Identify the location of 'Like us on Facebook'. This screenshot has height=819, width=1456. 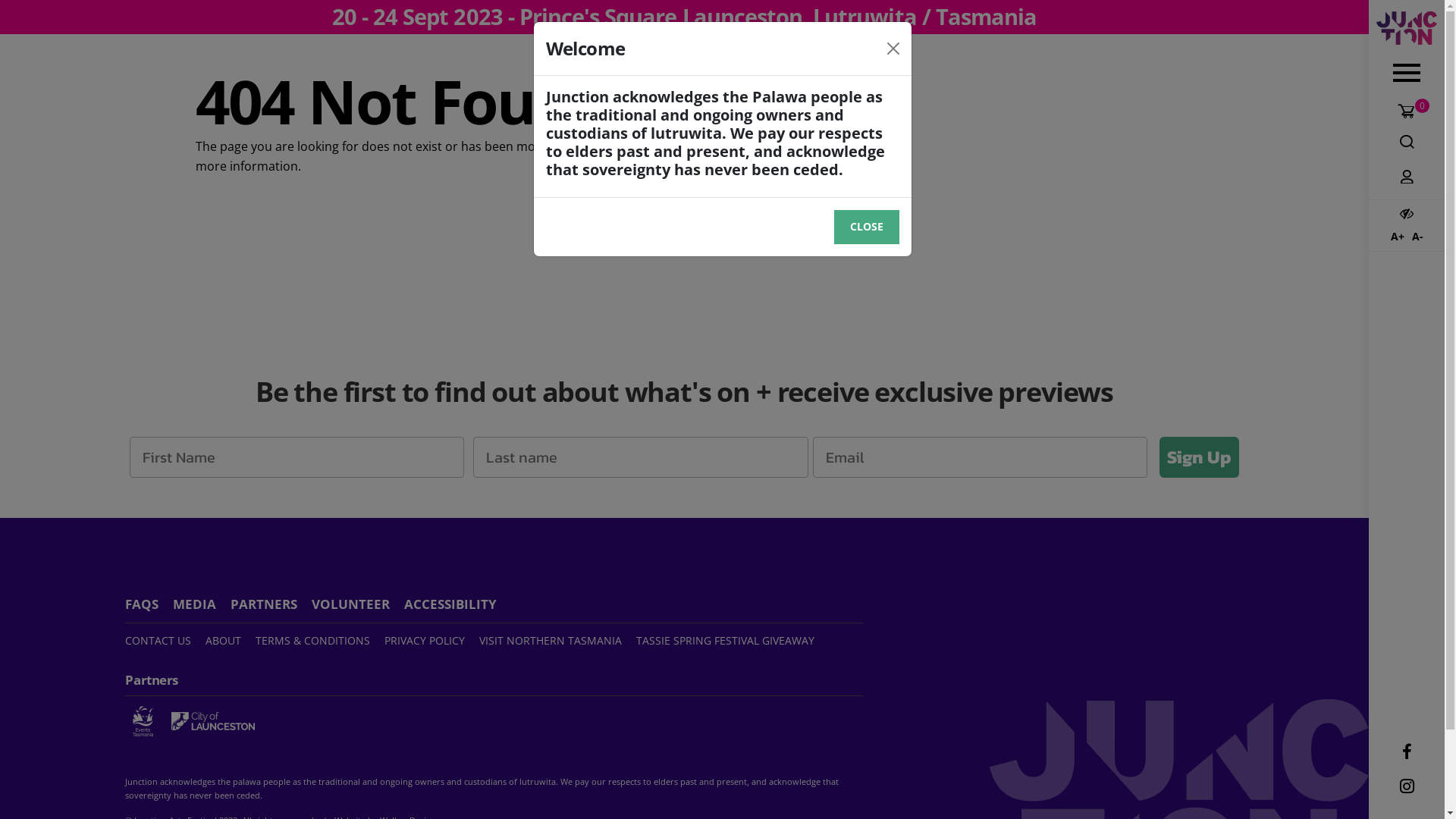
(1405, 752).